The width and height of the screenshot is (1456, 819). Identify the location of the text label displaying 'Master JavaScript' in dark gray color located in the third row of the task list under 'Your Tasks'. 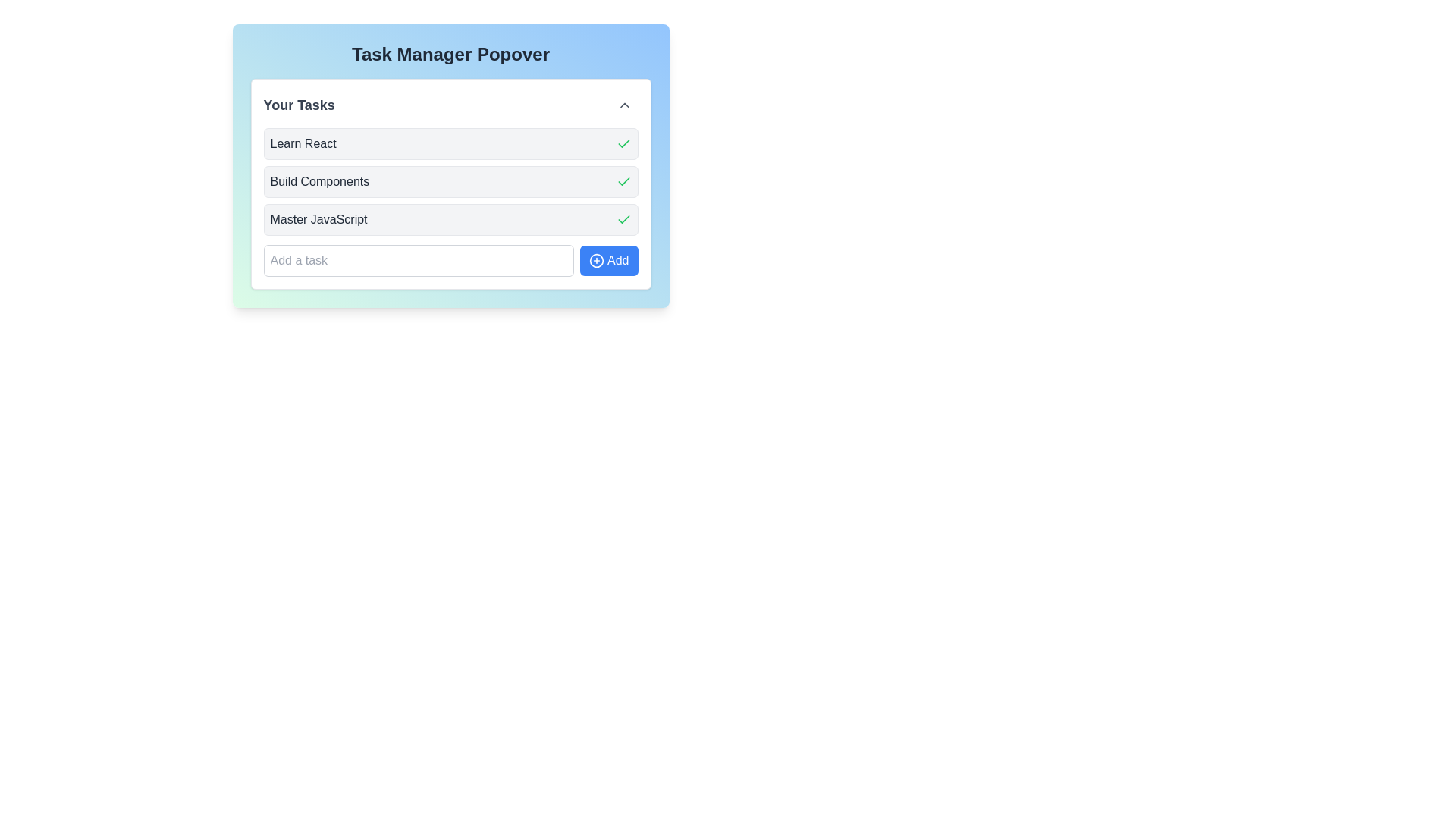
(318, 219).